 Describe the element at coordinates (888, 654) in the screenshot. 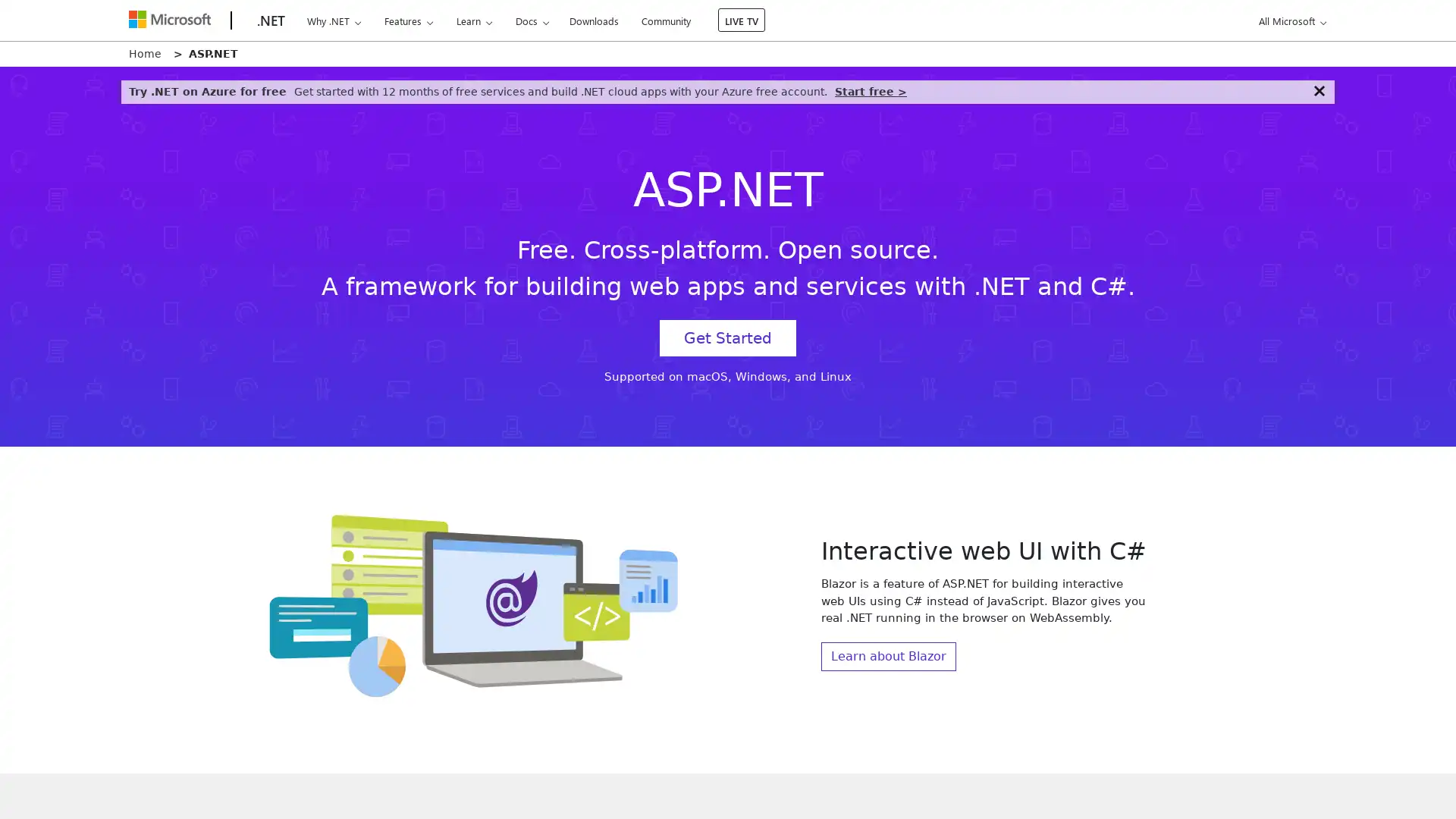

I see `Learn about Blazor` at that location.